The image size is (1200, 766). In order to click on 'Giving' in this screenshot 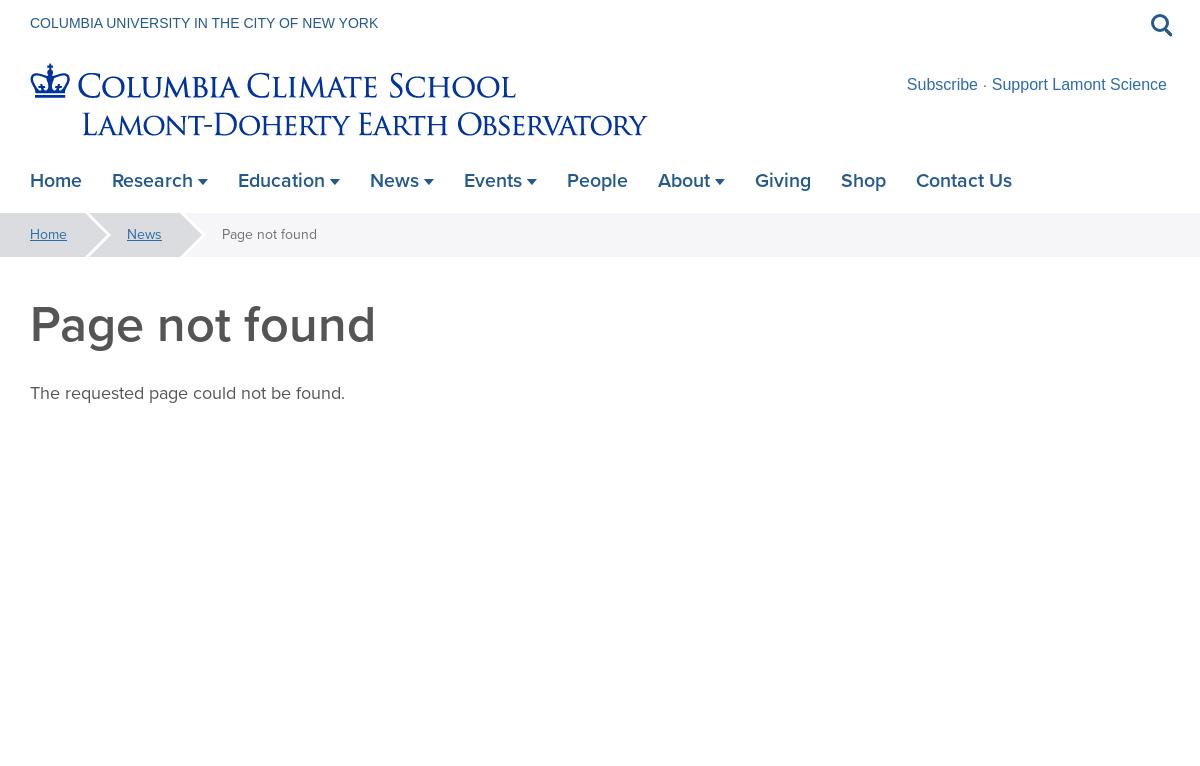, I will do `click(782, 179)`.